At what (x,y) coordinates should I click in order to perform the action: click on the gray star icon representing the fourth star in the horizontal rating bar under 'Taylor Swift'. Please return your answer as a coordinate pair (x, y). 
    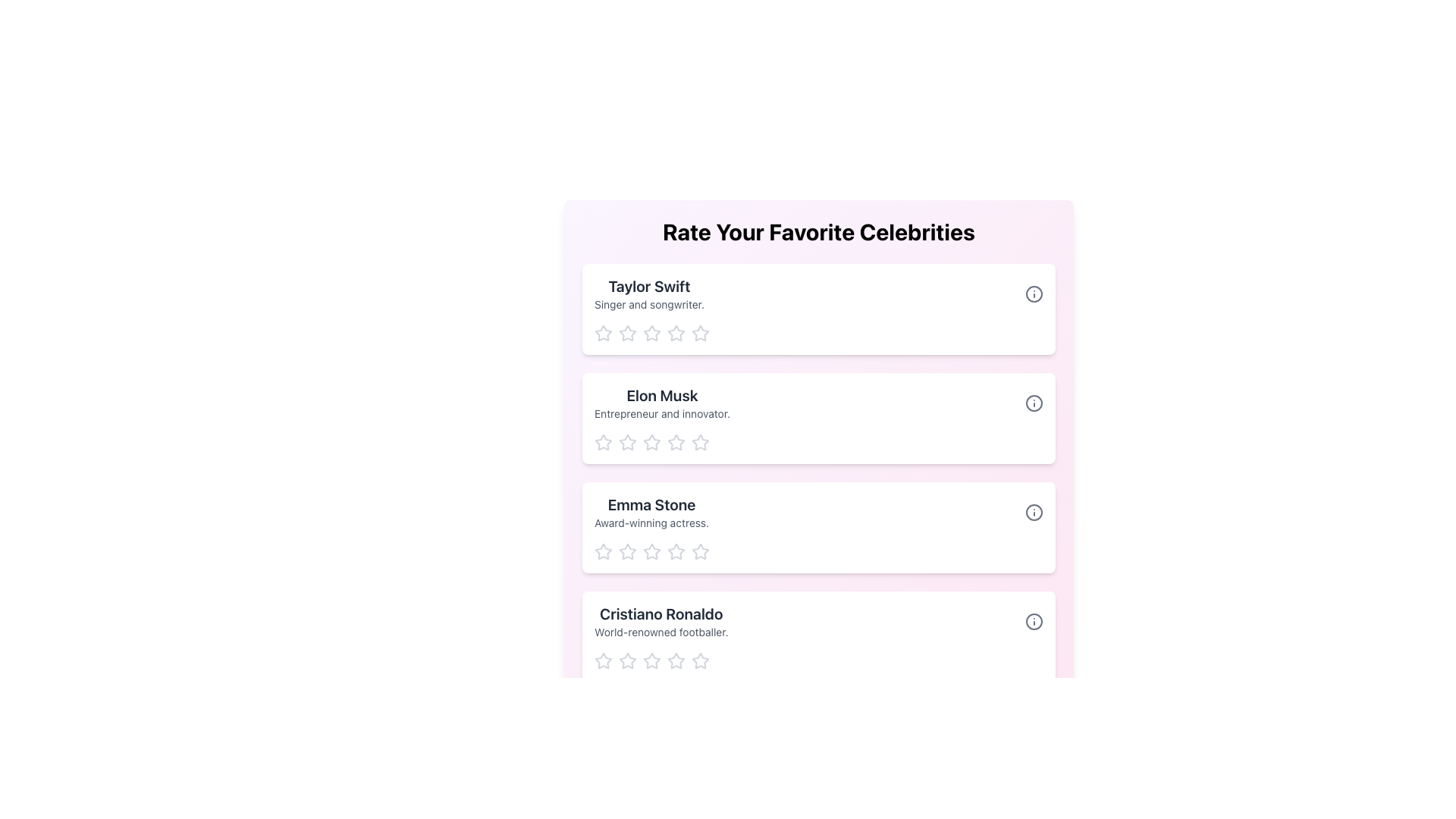
    Looking at the image, I should click on (676, 332).